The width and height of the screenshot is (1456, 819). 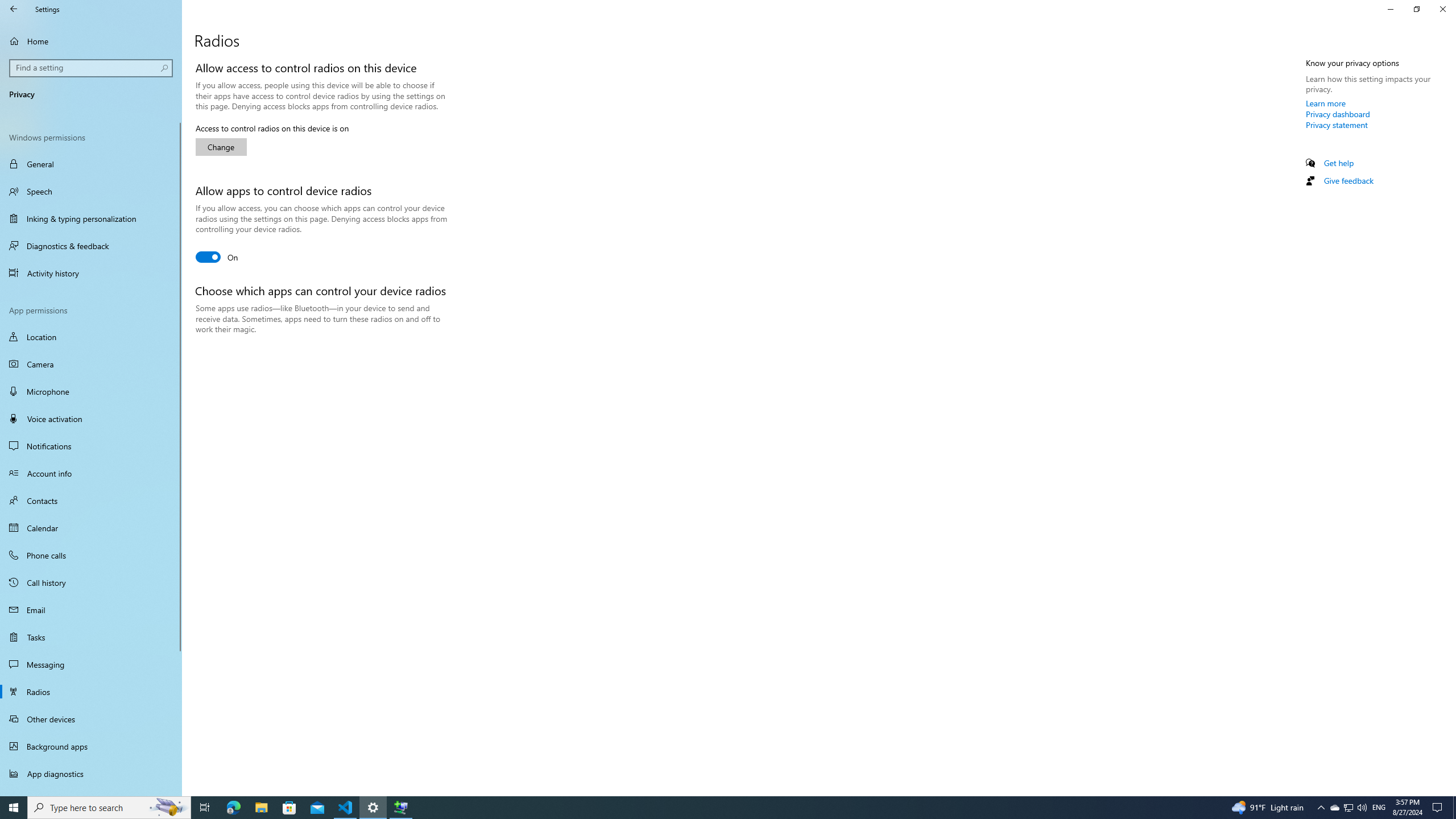 What do you see at coordinates (260, 806) in the screenshot?
I see `'File Explorer'` at bounding box center [260, 806].